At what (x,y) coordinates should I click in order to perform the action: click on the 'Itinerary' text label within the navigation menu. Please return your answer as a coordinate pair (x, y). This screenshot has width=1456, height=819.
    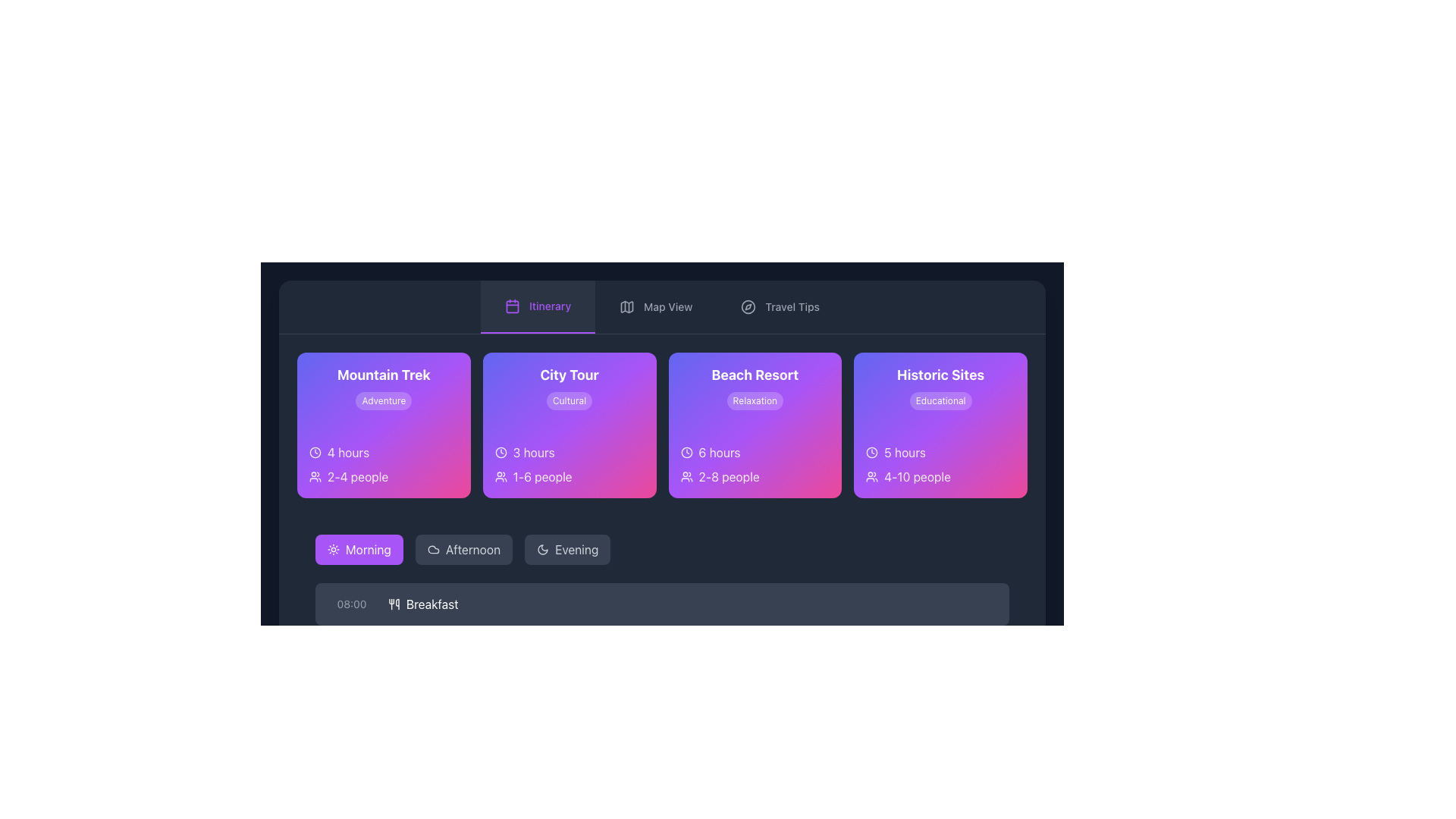
    Looking at the image, I should click on (549, 306).